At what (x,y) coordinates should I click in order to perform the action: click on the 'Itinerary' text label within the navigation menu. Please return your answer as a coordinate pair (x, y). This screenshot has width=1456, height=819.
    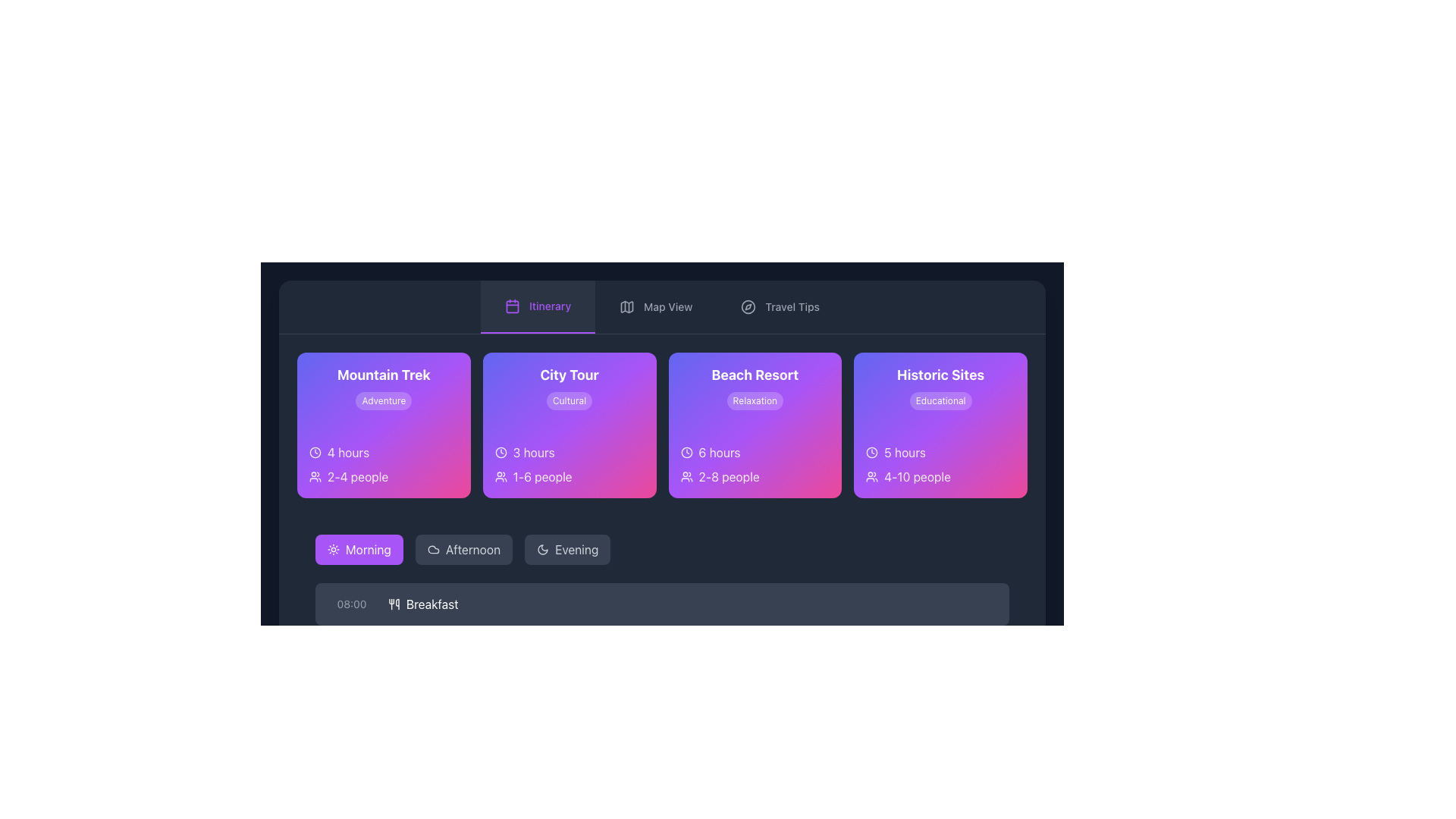
    Looking at the image, I should click on (549, 306).